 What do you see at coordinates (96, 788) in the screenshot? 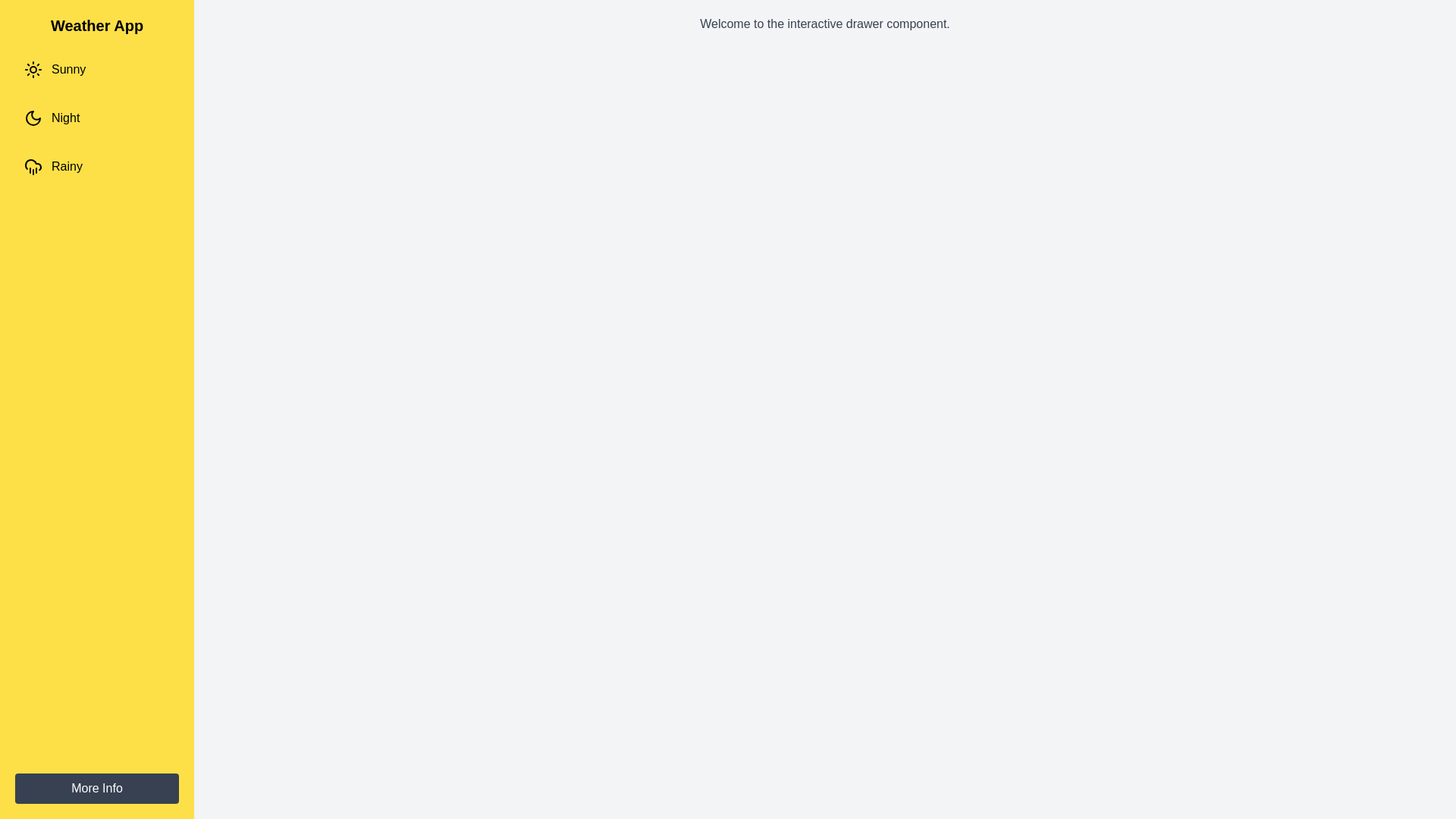
I see `the button located at the bottom of the yellow panel on the left side of the application interface` at bounding box center [96, 788].